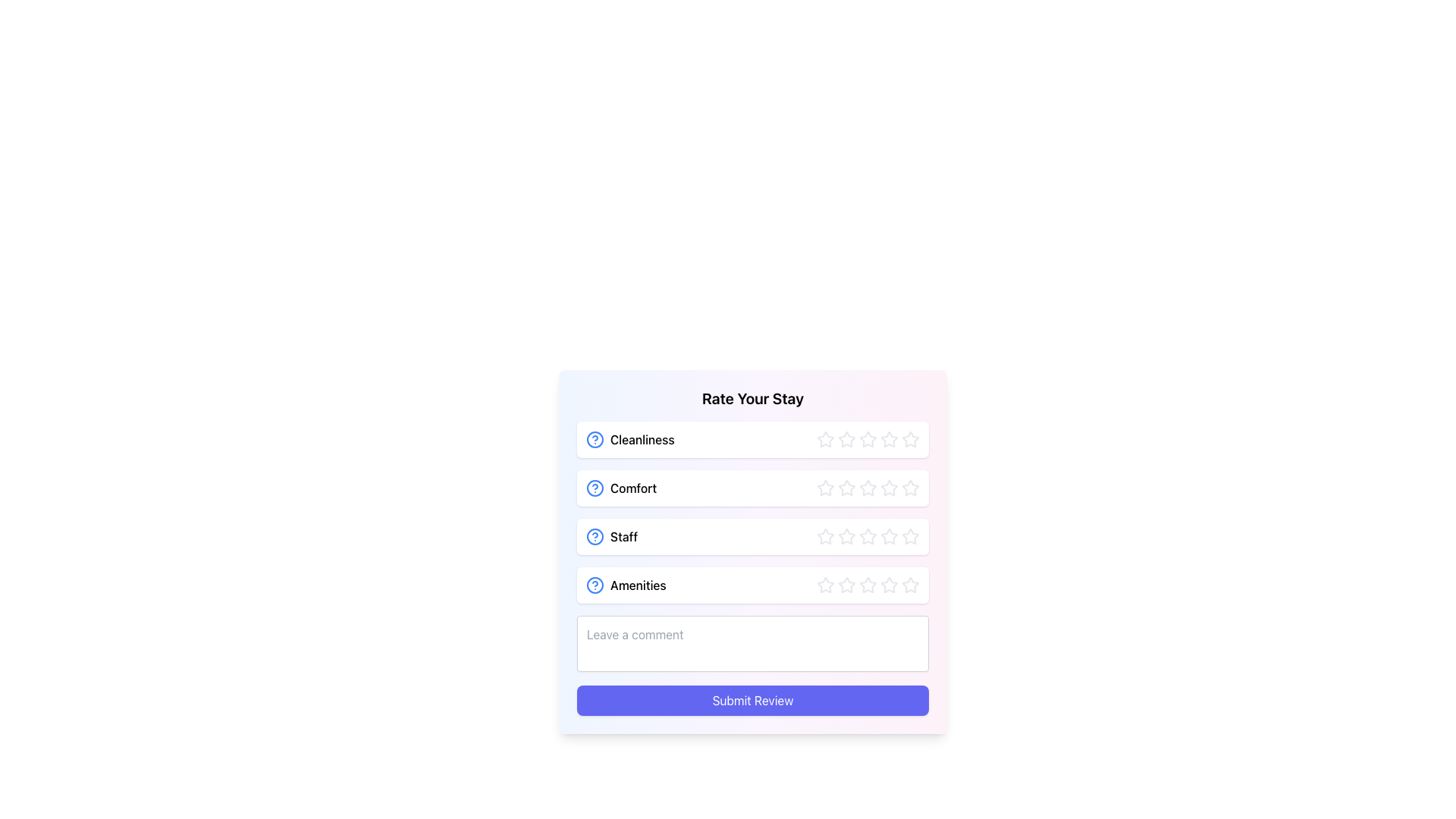 The height and width of the screenshot is (819, 1456). Describe the element at coordinates (595, 584) in the screenshot. I see `the circular icon with a blue outline and a question mark symbol, located to the left of the 'Amenities' label in the 'Rate Your Stay' section` at that location.